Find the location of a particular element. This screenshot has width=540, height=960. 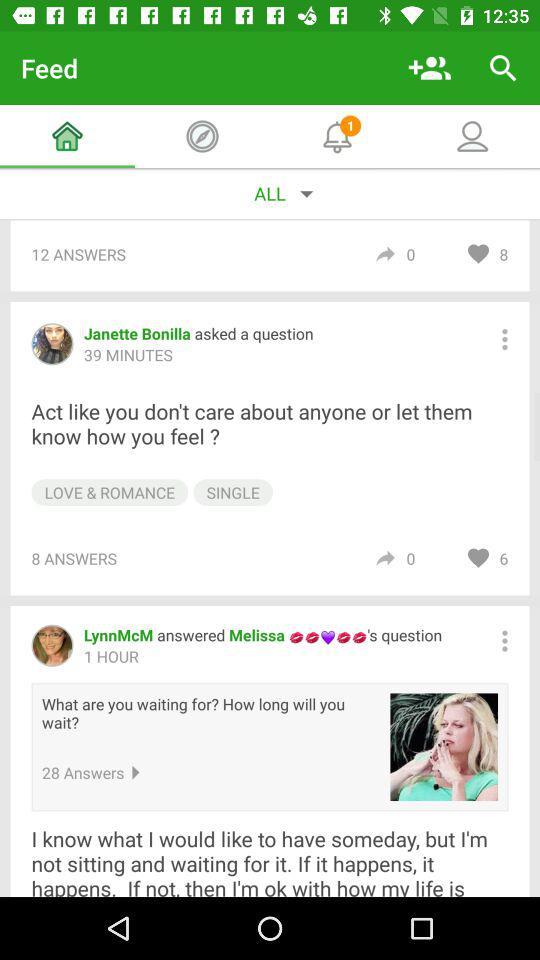

comment options is located at coordinates (503, 339).